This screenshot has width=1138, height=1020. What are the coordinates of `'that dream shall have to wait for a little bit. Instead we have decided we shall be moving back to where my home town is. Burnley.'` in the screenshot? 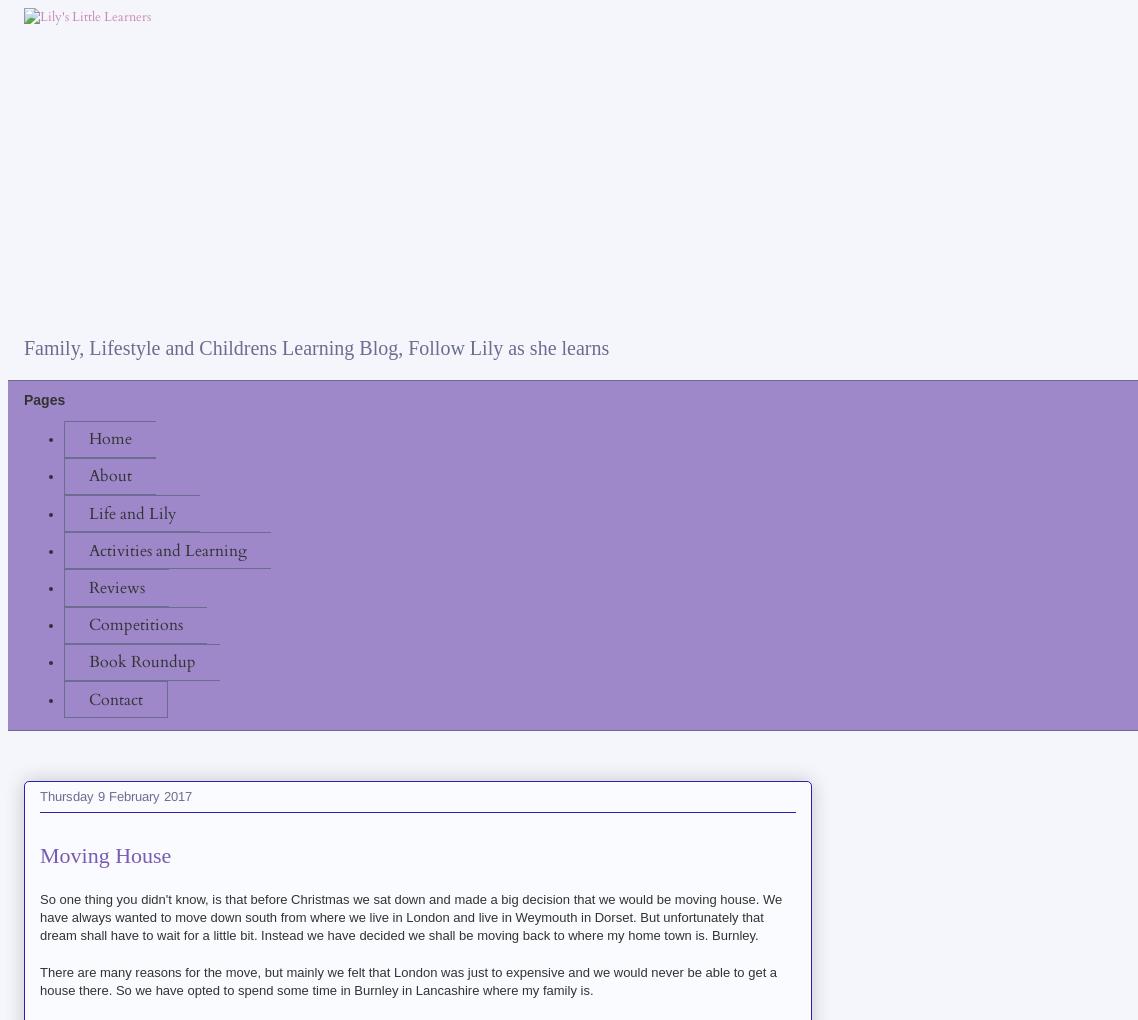 It's located at (39, 926).